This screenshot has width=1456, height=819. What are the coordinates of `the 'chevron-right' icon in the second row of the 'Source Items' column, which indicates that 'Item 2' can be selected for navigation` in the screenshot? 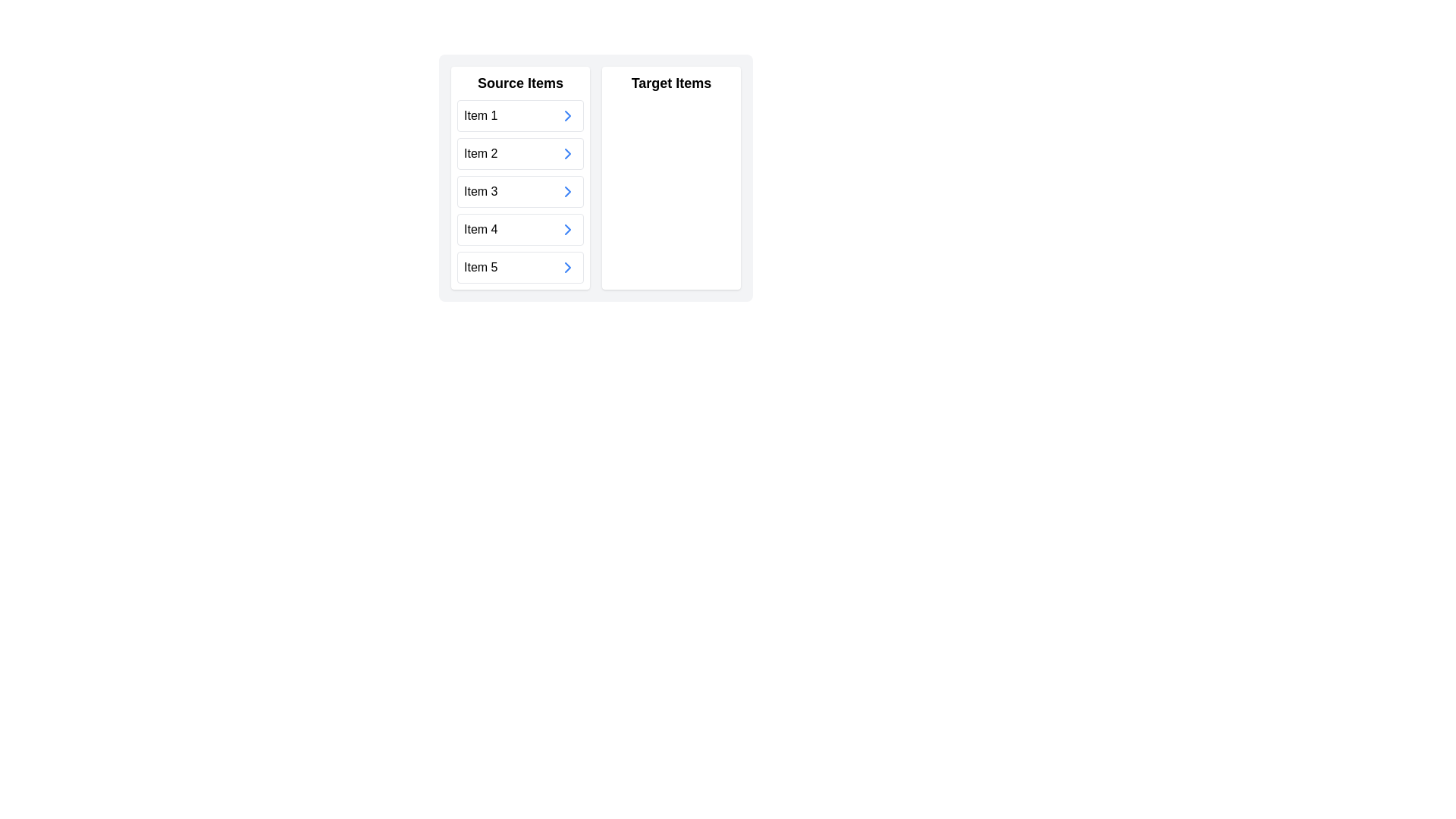 It's located at (566, 154).